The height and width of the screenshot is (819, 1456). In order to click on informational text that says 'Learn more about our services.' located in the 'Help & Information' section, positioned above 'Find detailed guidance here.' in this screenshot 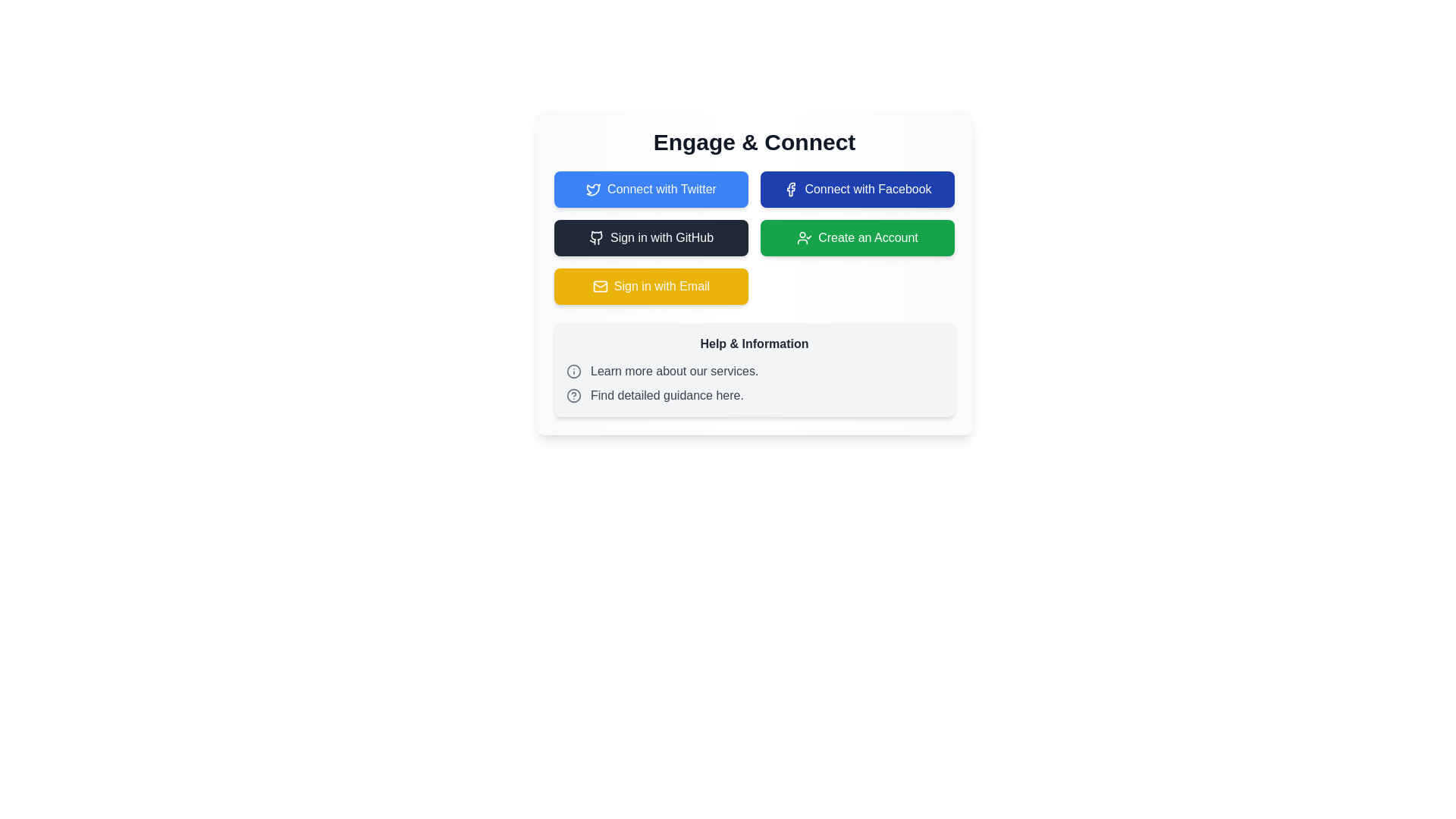, I will do `click(754, 371)`.